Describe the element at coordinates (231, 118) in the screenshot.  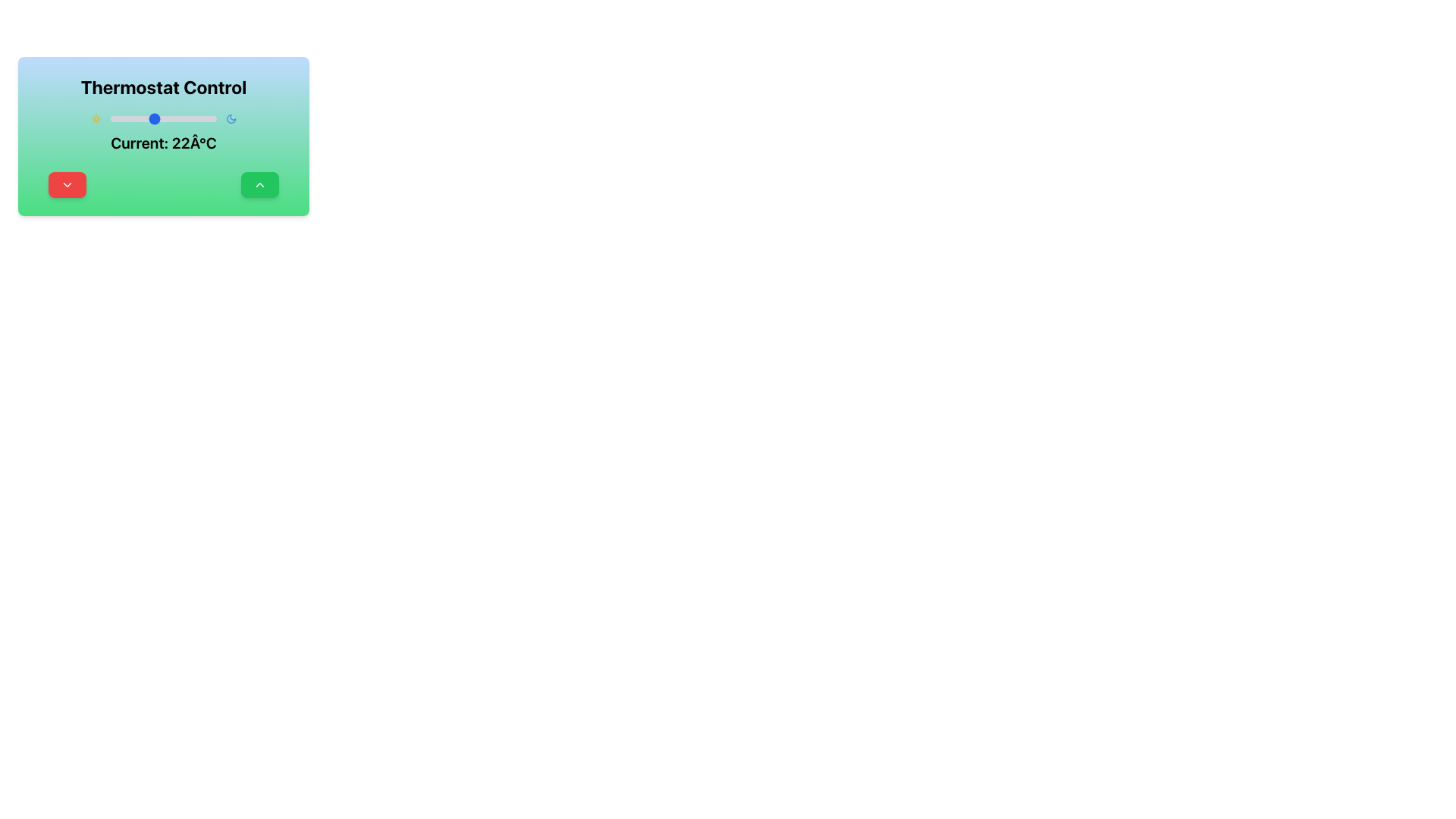
I see `the stylized crescent moon icon in the 'Thermostat Control' panel` at that location.